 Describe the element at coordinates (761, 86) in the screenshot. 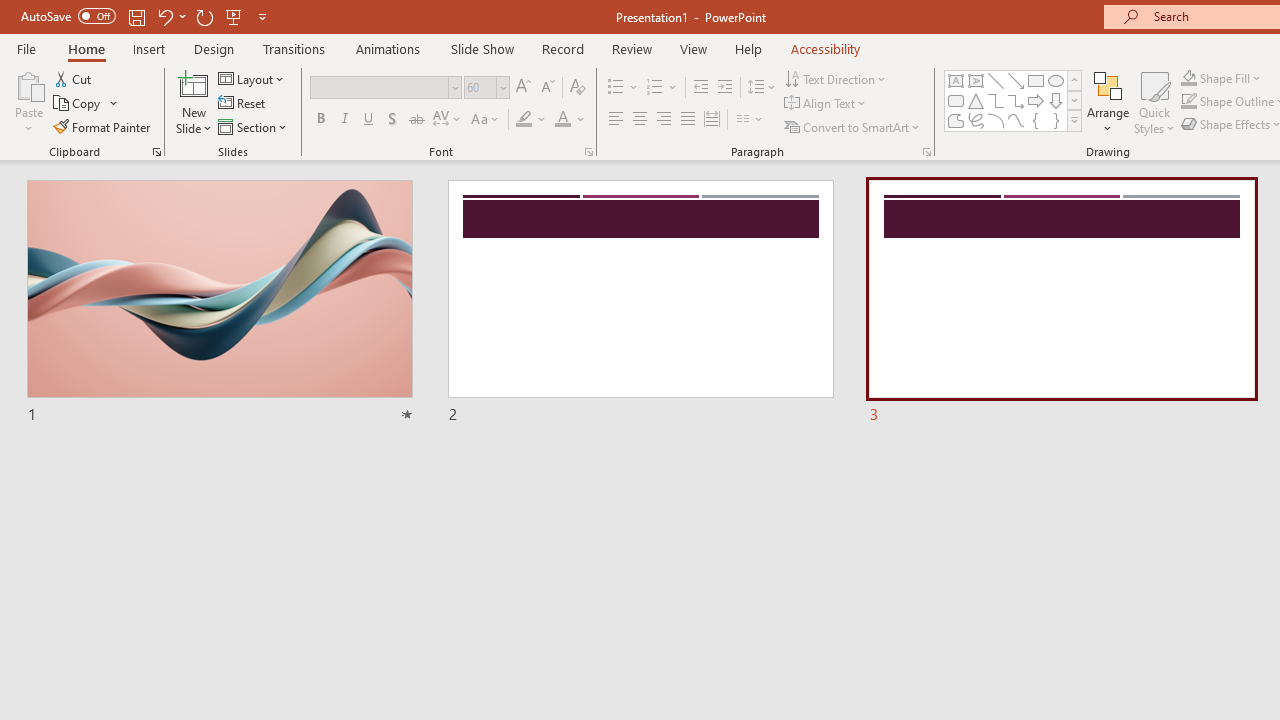

I see `'Line Spacing'` at that location.